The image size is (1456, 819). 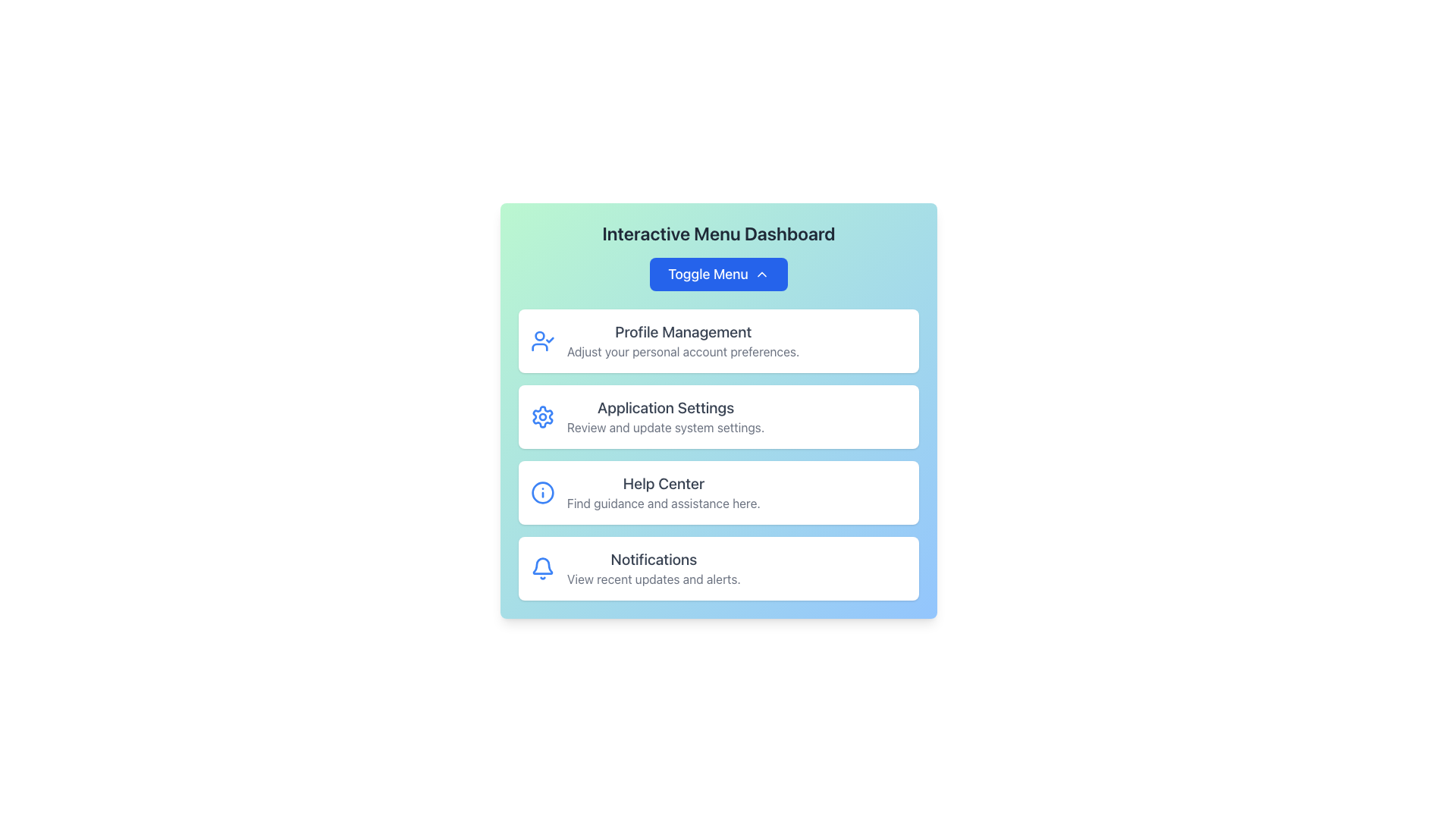 What do you see at coordinates (682, 331) in the screenshot?
I see `the title text element that indicates the purpose of managing user profiles, located at the top of the interface above the descriptive text 'Adjust your personal account preferences'` at bounding box center [682, 331].